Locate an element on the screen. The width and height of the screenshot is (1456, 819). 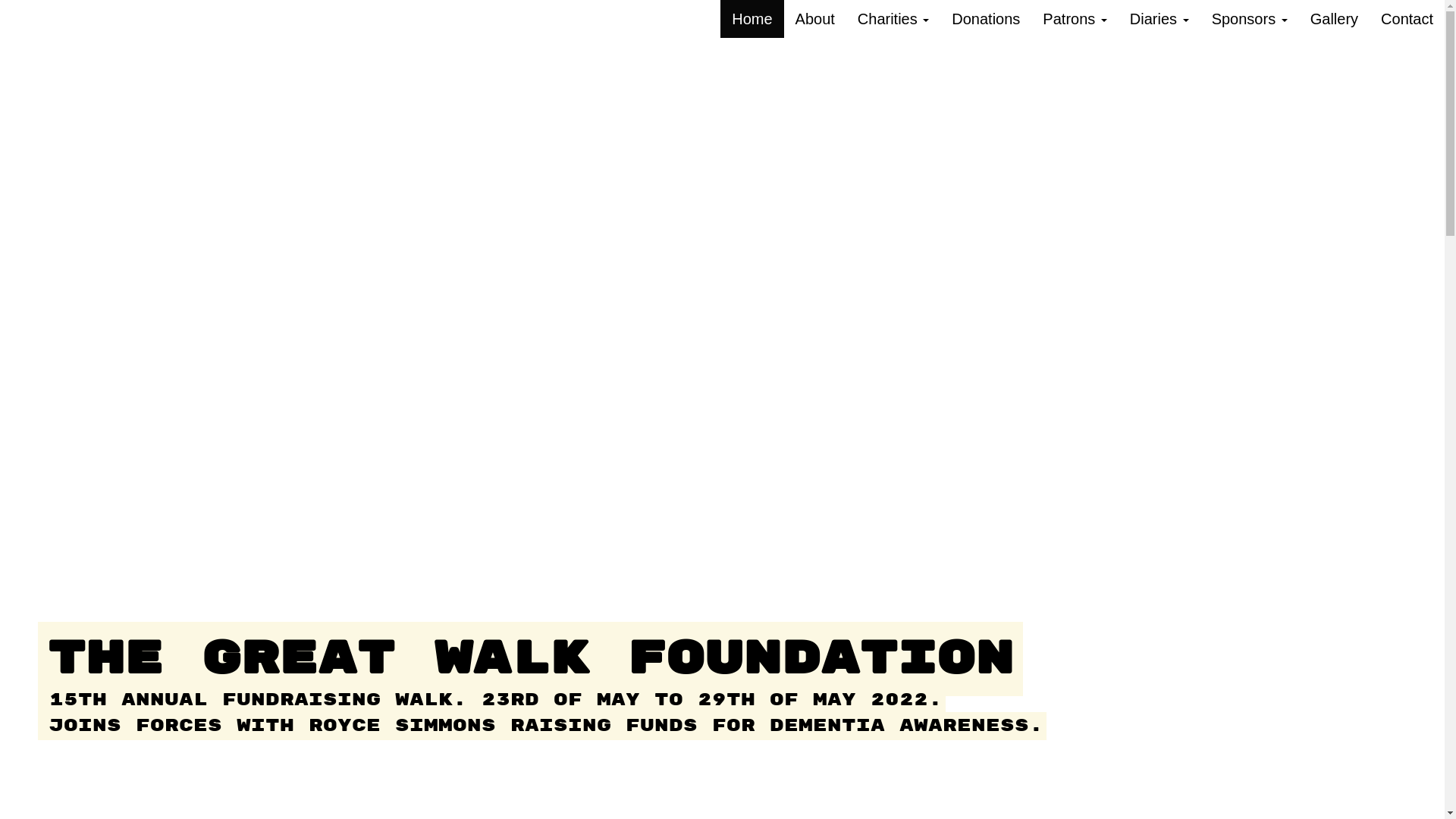
'Gallery' is located at coordinates (1333, 18).